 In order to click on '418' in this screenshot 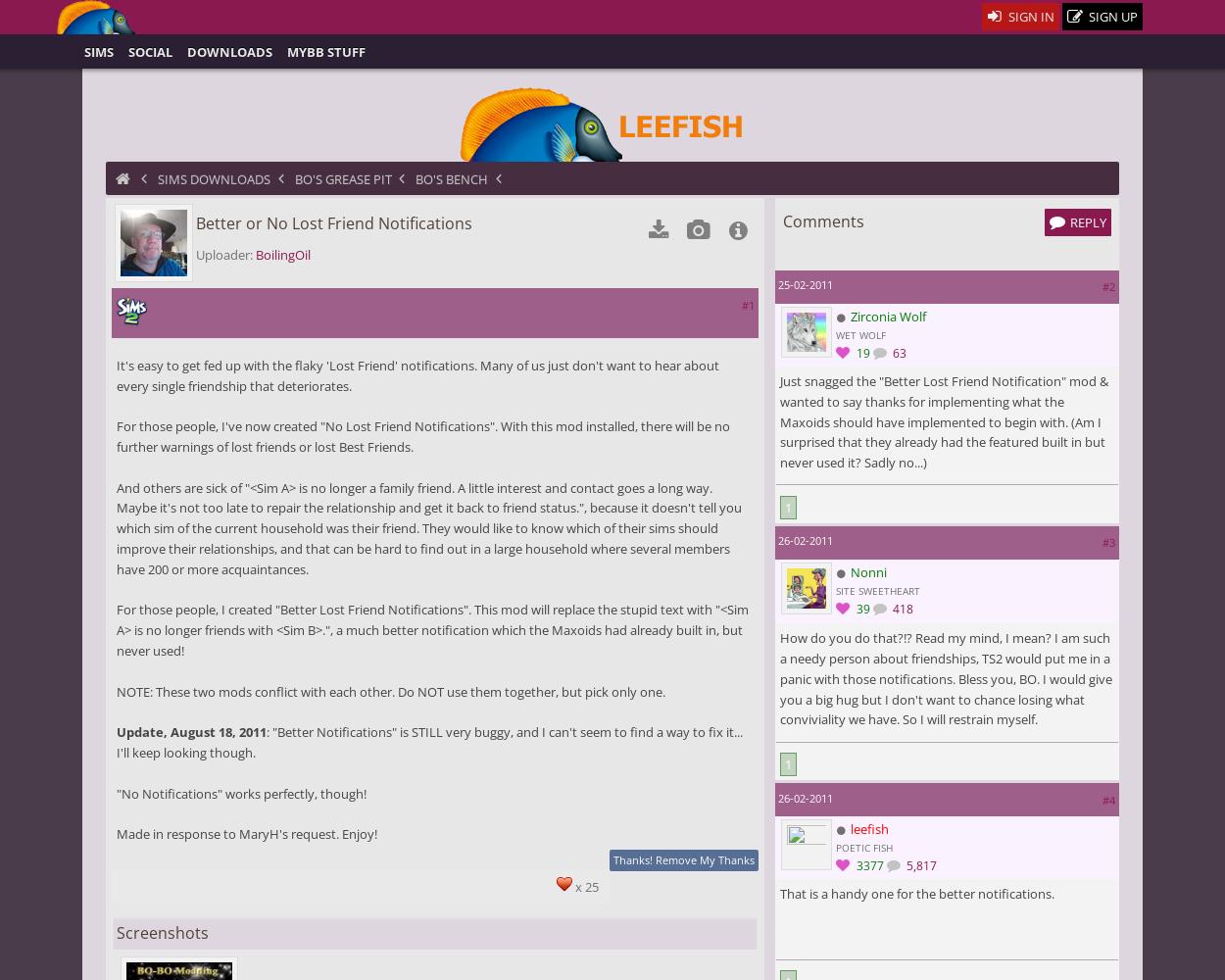, I will do `click(901, 607)`.